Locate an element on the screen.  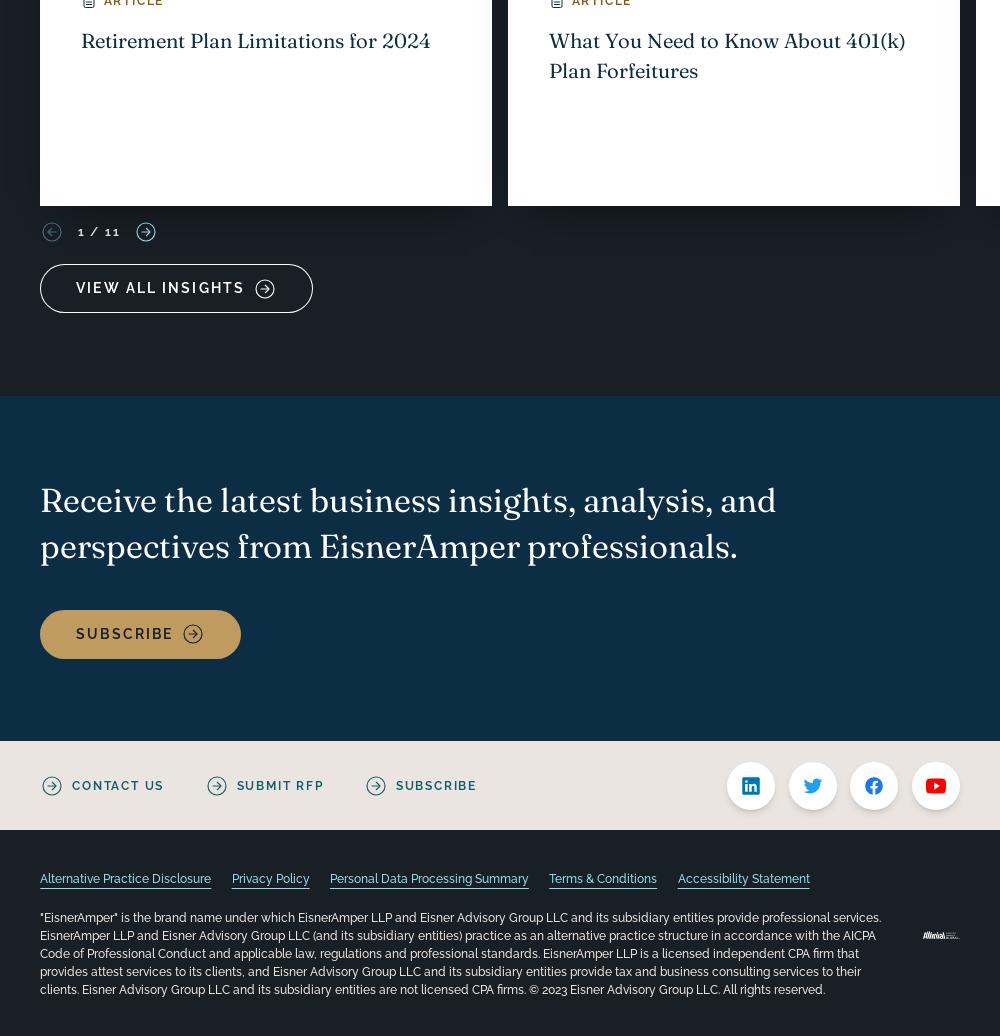
'Contact Us' is located at coordinates (117, 784).